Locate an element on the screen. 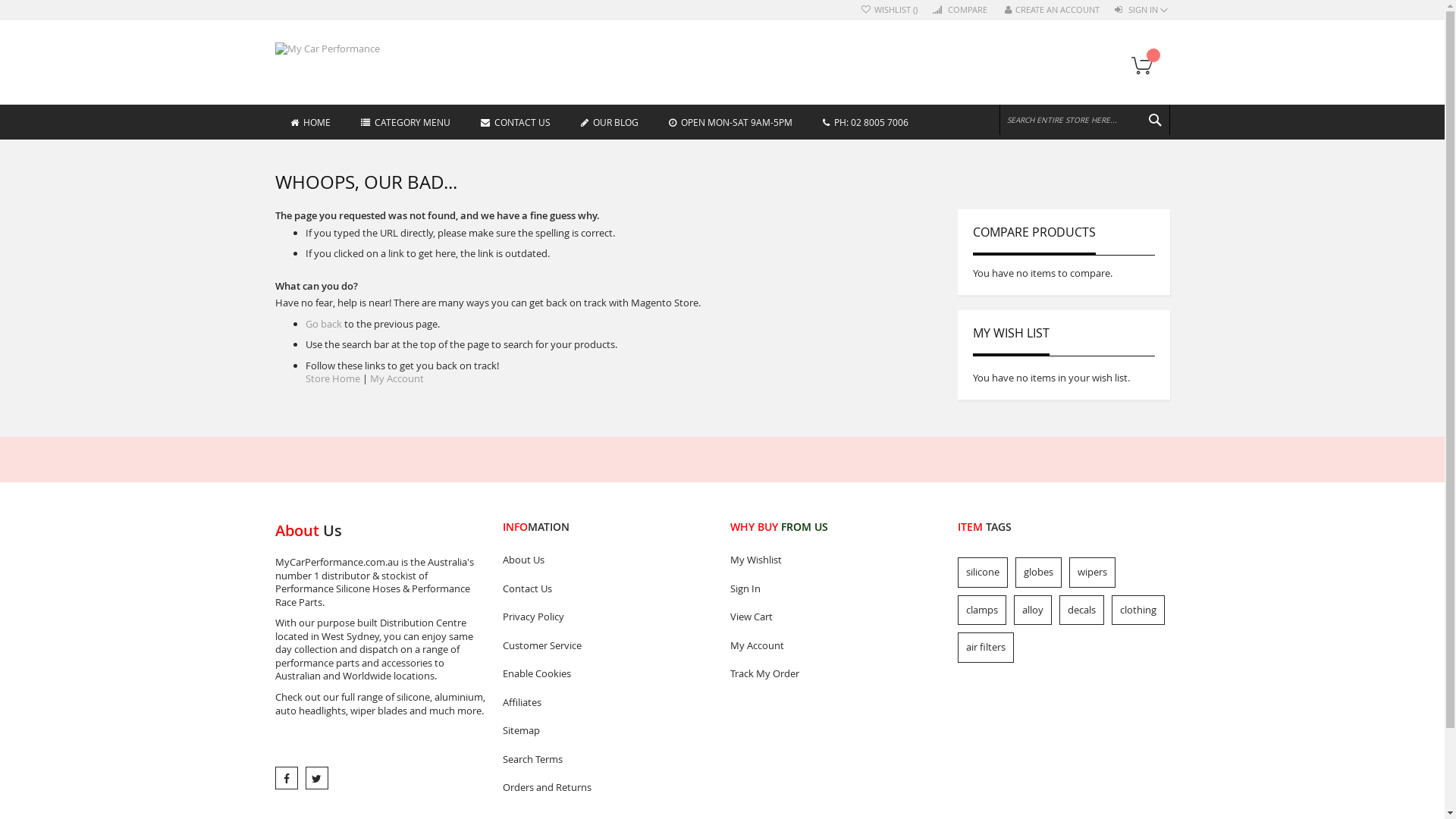 This screenshot has height=819, width=1456. 'OUR BLOG' is located at coordinates (610, 121).